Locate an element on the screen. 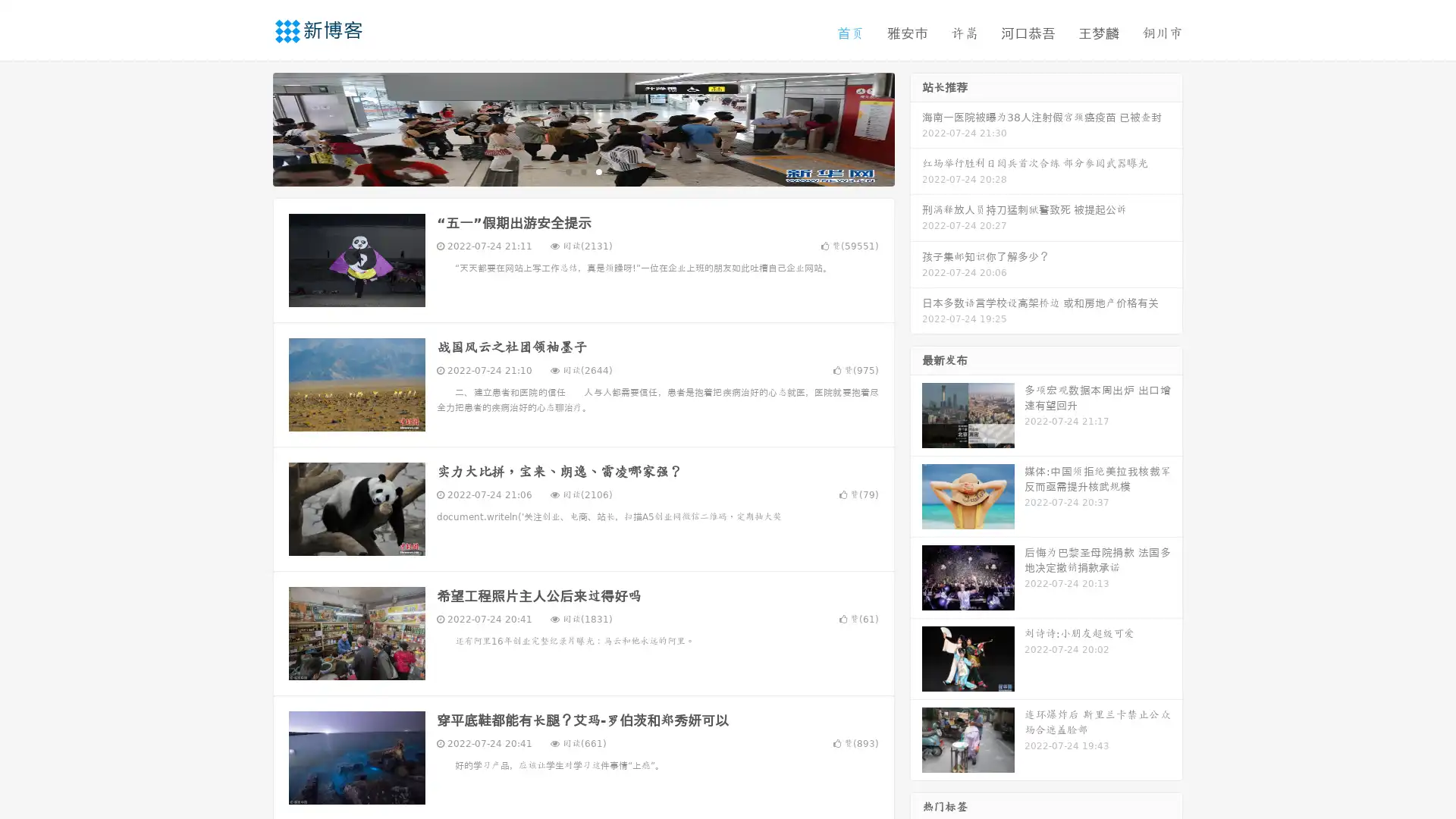  Go to slide 1 is located at coordinates (567, 171).